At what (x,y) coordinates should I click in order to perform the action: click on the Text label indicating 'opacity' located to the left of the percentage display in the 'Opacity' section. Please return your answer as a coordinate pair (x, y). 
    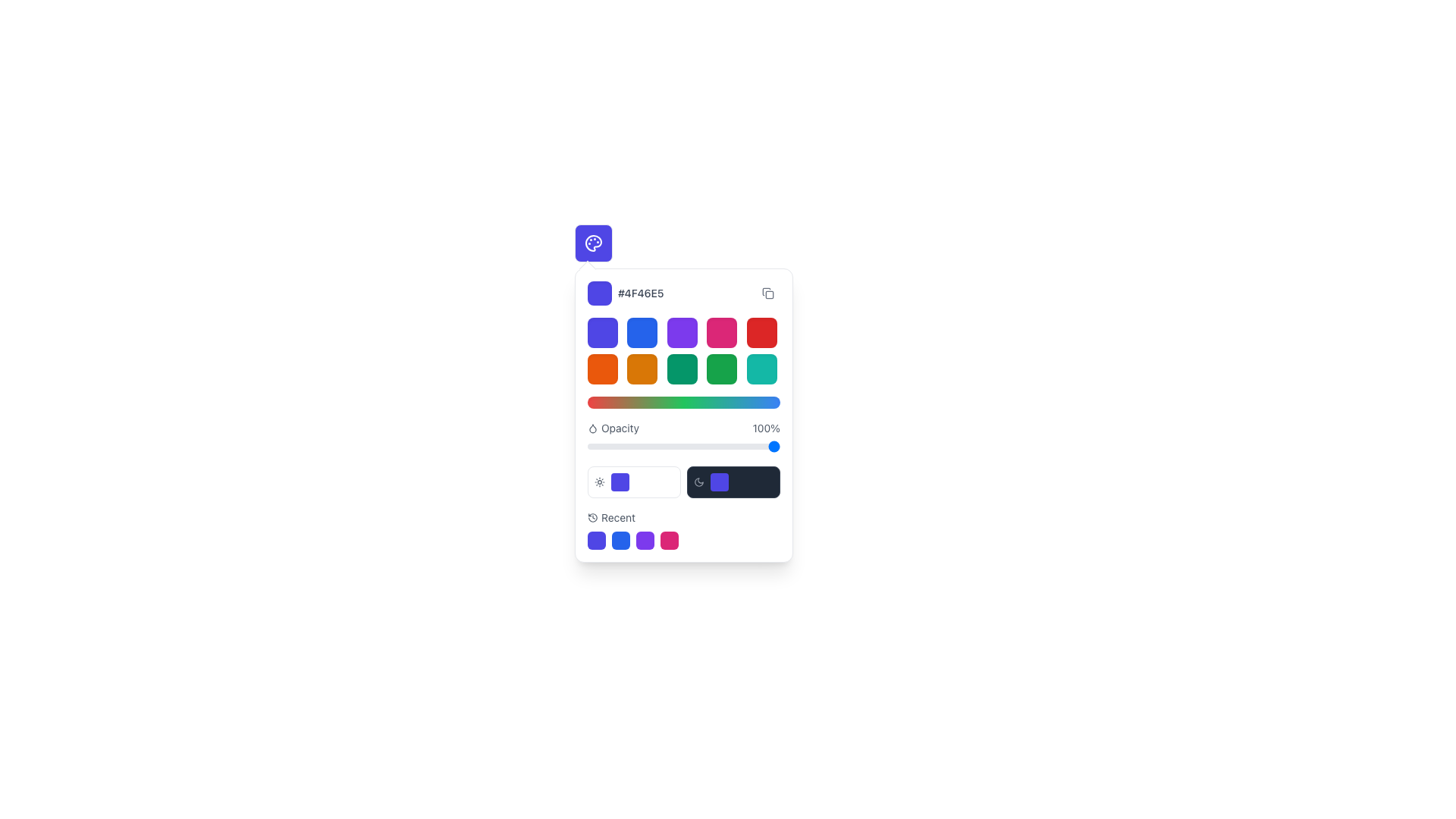
    Looking at the image, I should click on (613, 428).